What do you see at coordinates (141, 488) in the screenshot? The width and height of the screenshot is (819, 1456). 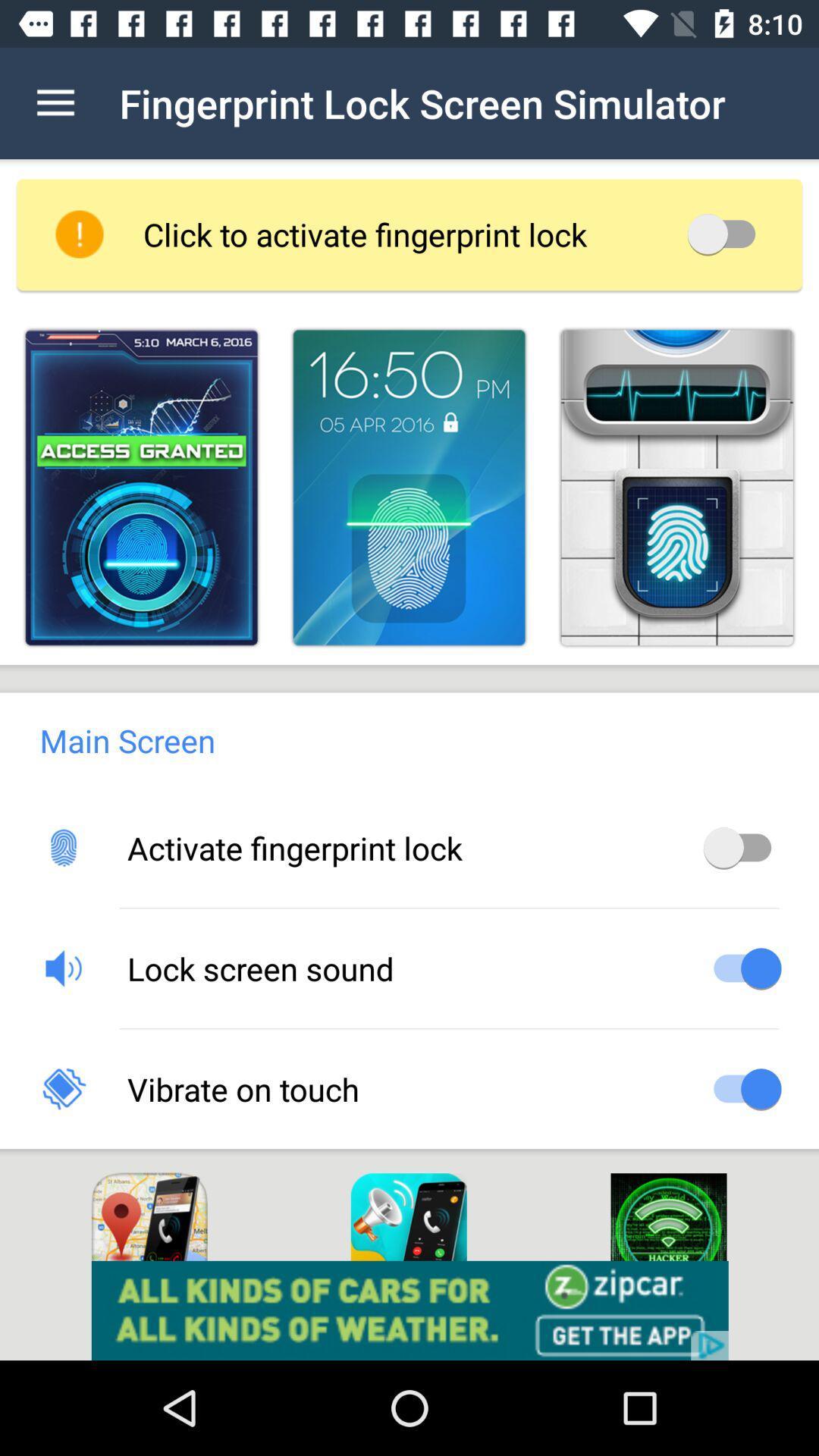 I see `fingerprint button` at bounding box center [141, 488].